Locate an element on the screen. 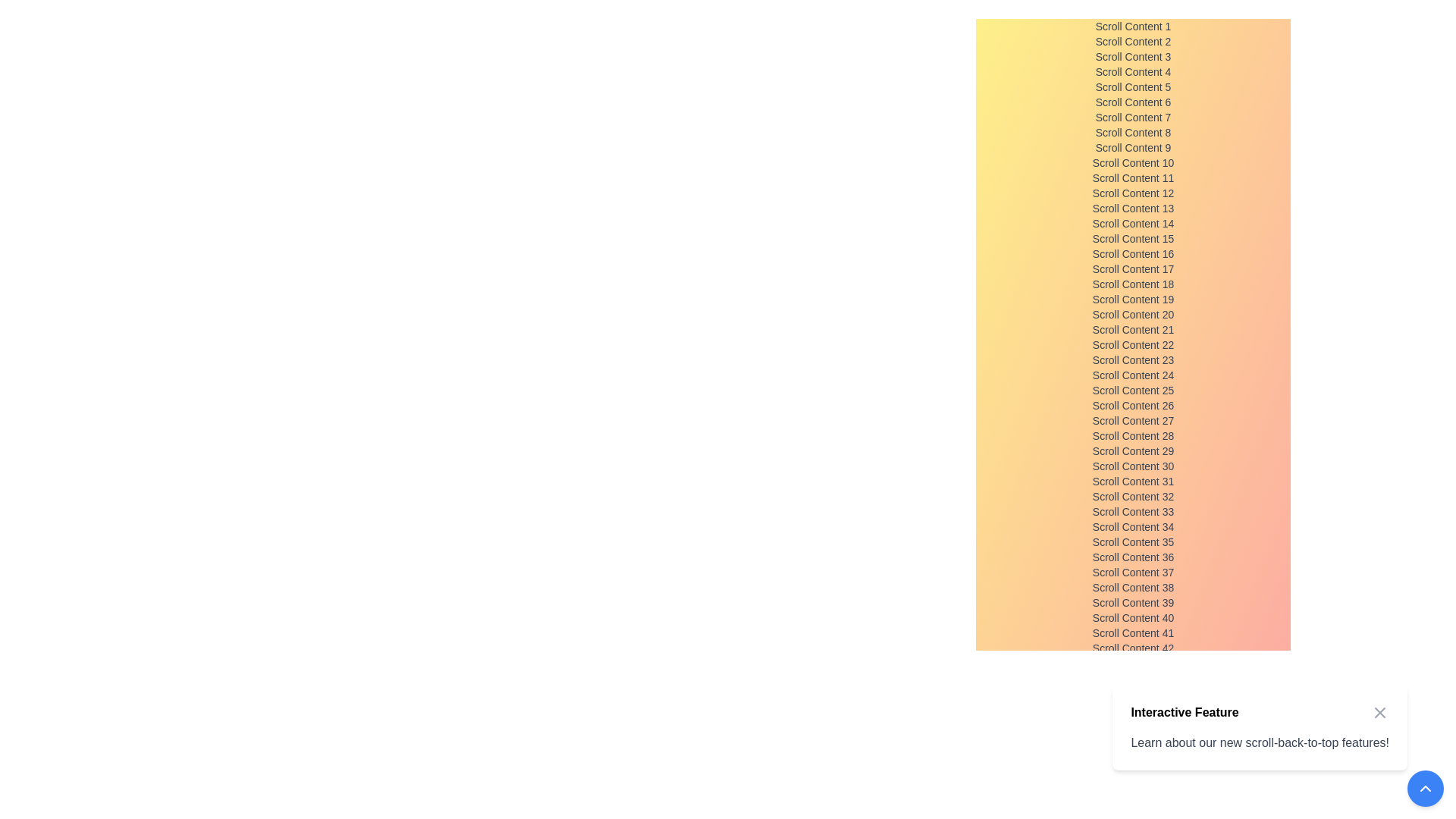 This screenshot has width=1456, height=819. the Text label that displays a piece of textual information, positioned as the 21st item in a vertically scrollable list, serving as a visual cue for navigation or reference is located at coordinates (1133, 329).